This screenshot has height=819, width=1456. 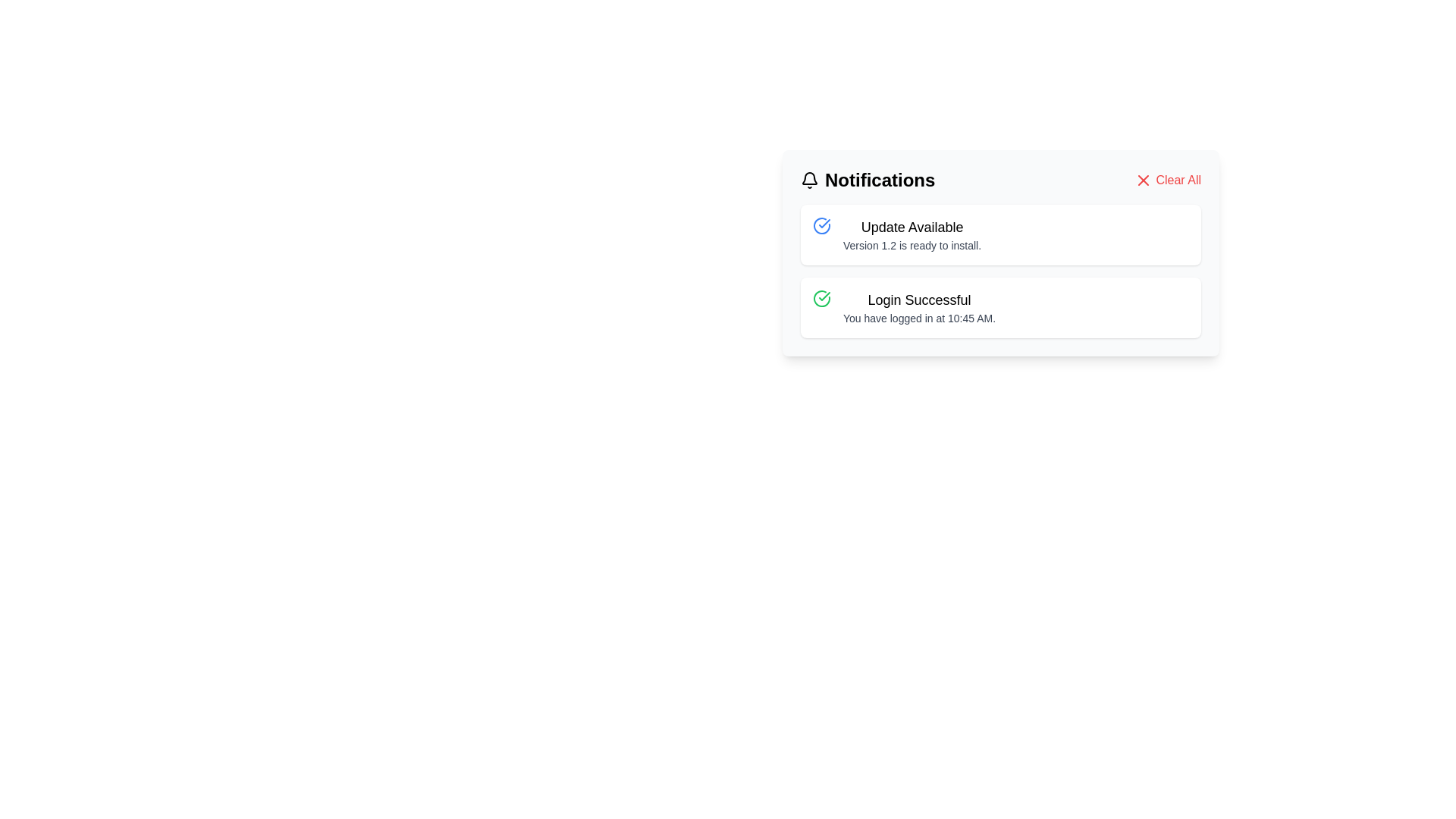 What do you see at coordinates (868, 180) in the screenshot?
I see `the heading element that serves as a title for the notifications section, located at the top of the interface, to the left of the 'Clear All' option` at bounding box center [868, 180].